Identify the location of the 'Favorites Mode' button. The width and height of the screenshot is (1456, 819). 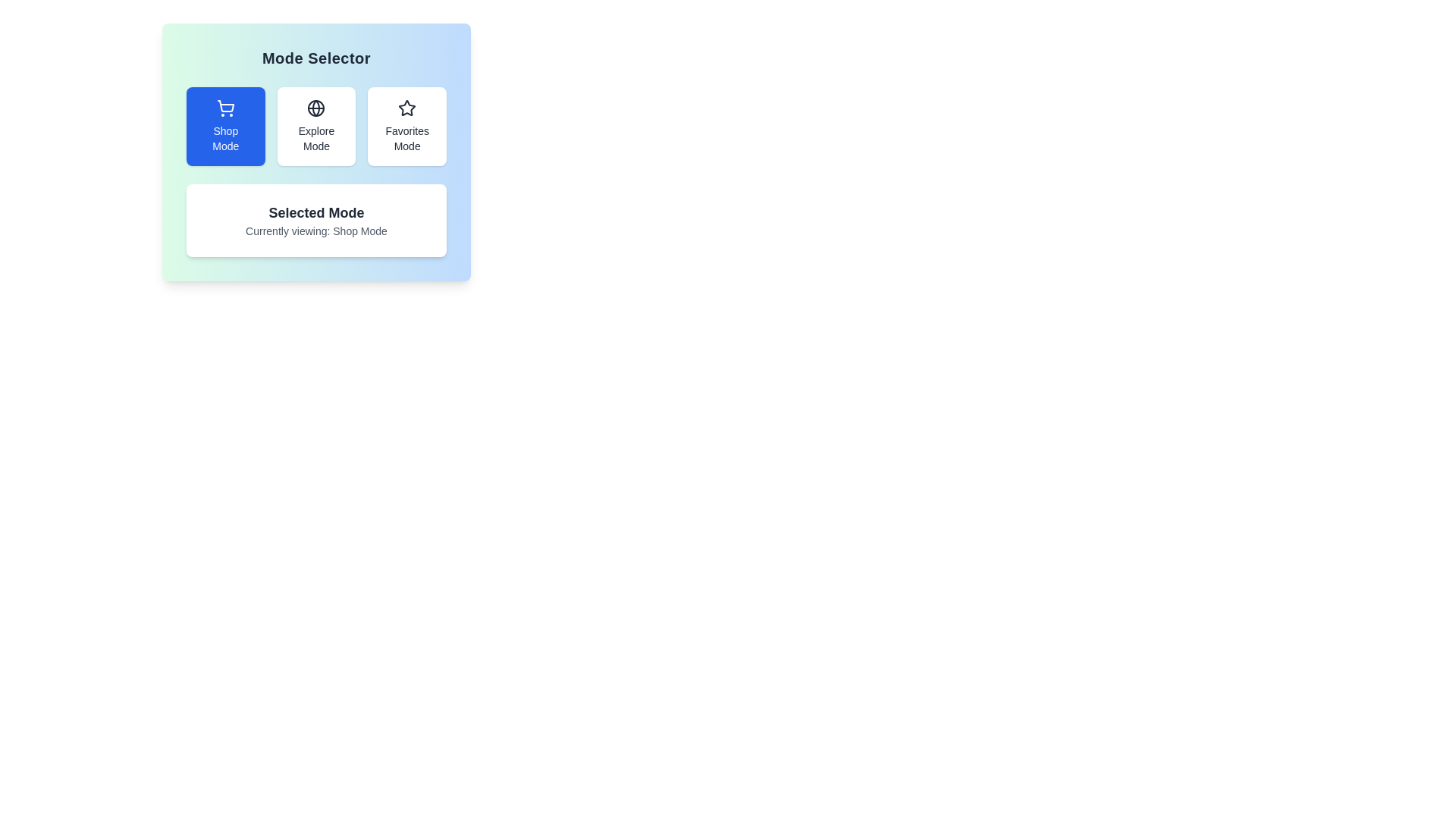
(407, 125).